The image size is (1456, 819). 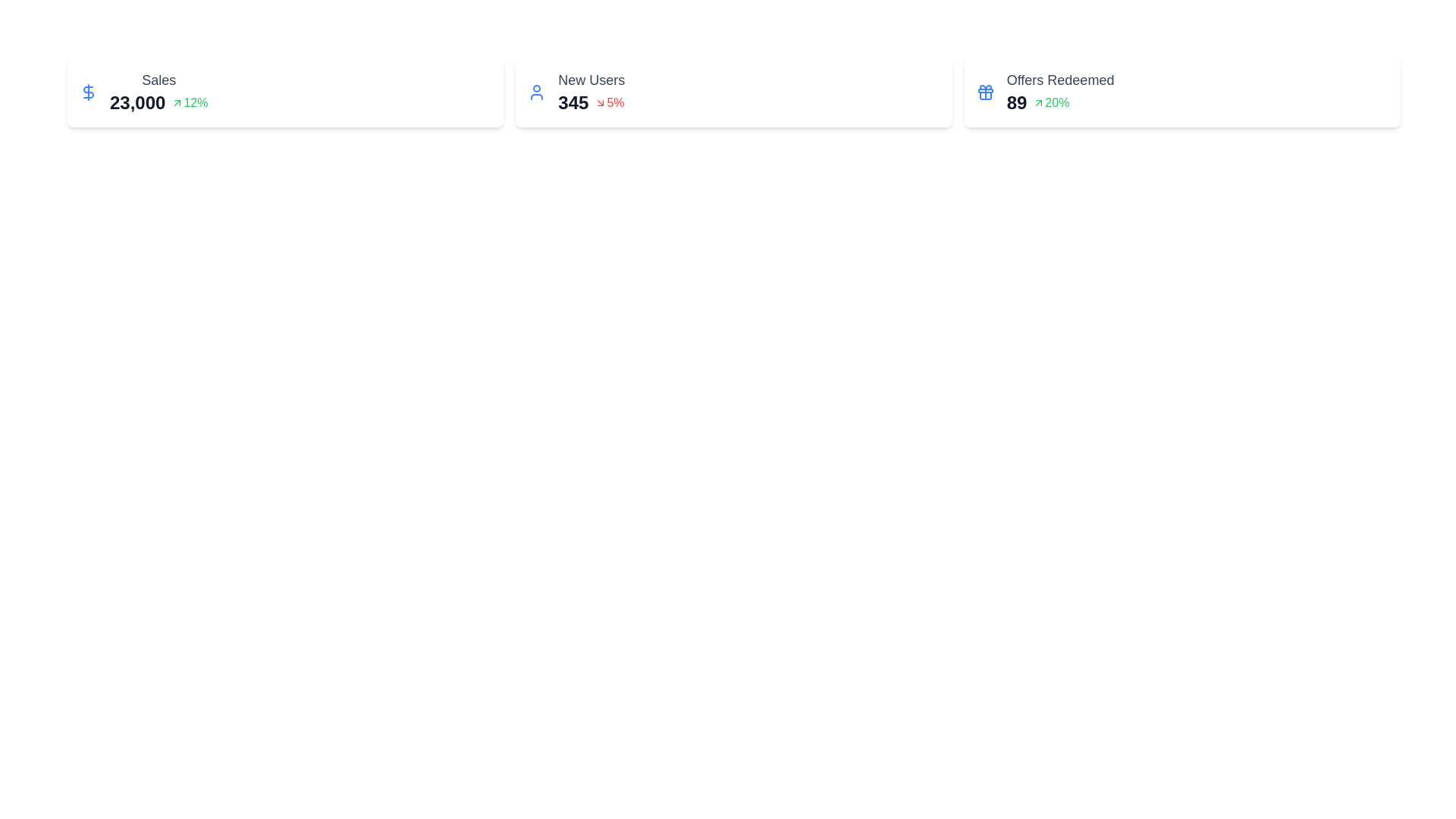 What do you see at coordinates (573, 102) in the screenshot?
I see `numerical value displayed in the 'New Users' section, which indicates the count of new users, located to the right of the heading 'New Users' and above the percentage text '5%` at bounding box center [573, 102].